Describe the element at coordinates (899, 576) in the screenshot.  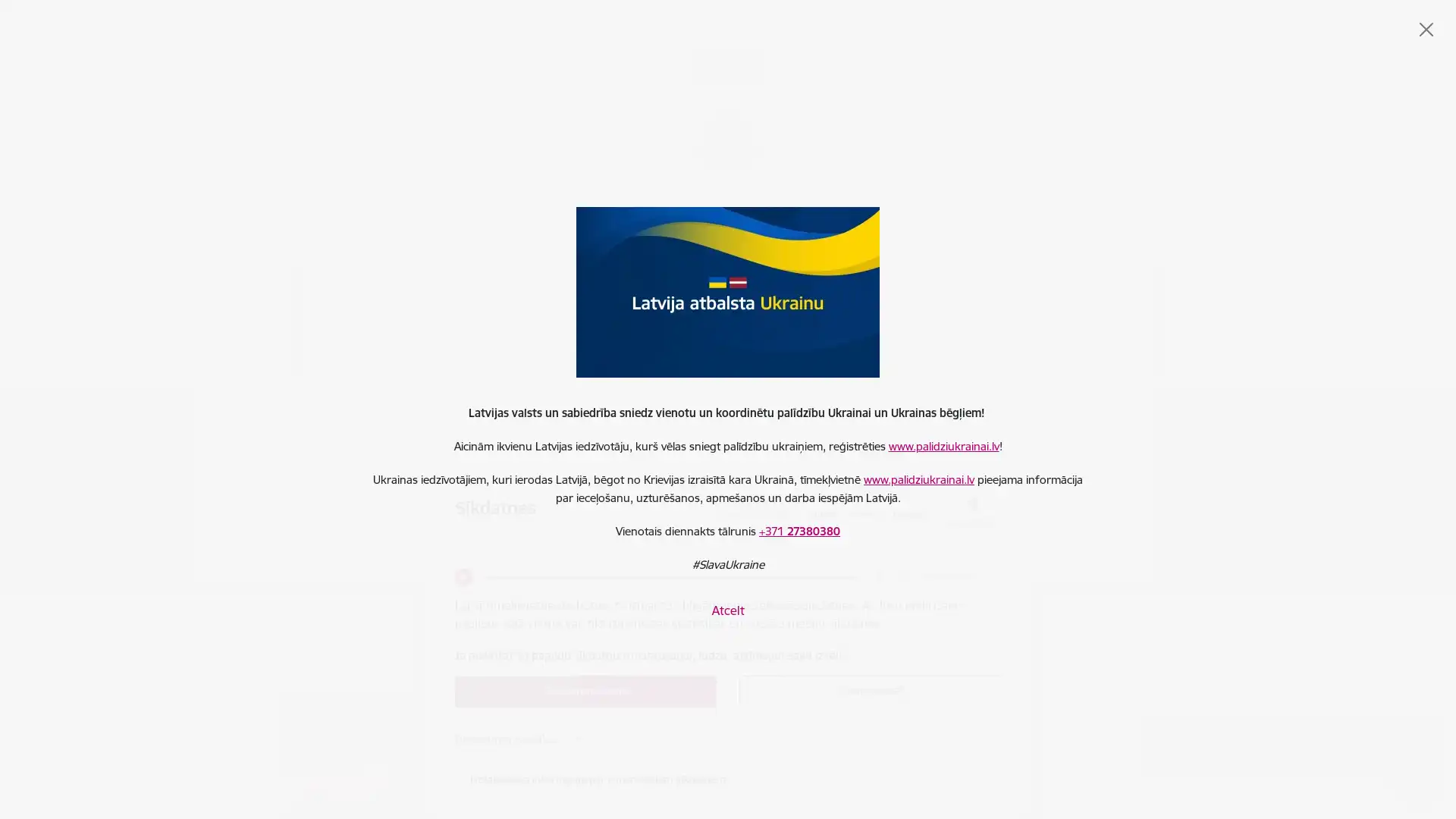
I see `Download` at that location.